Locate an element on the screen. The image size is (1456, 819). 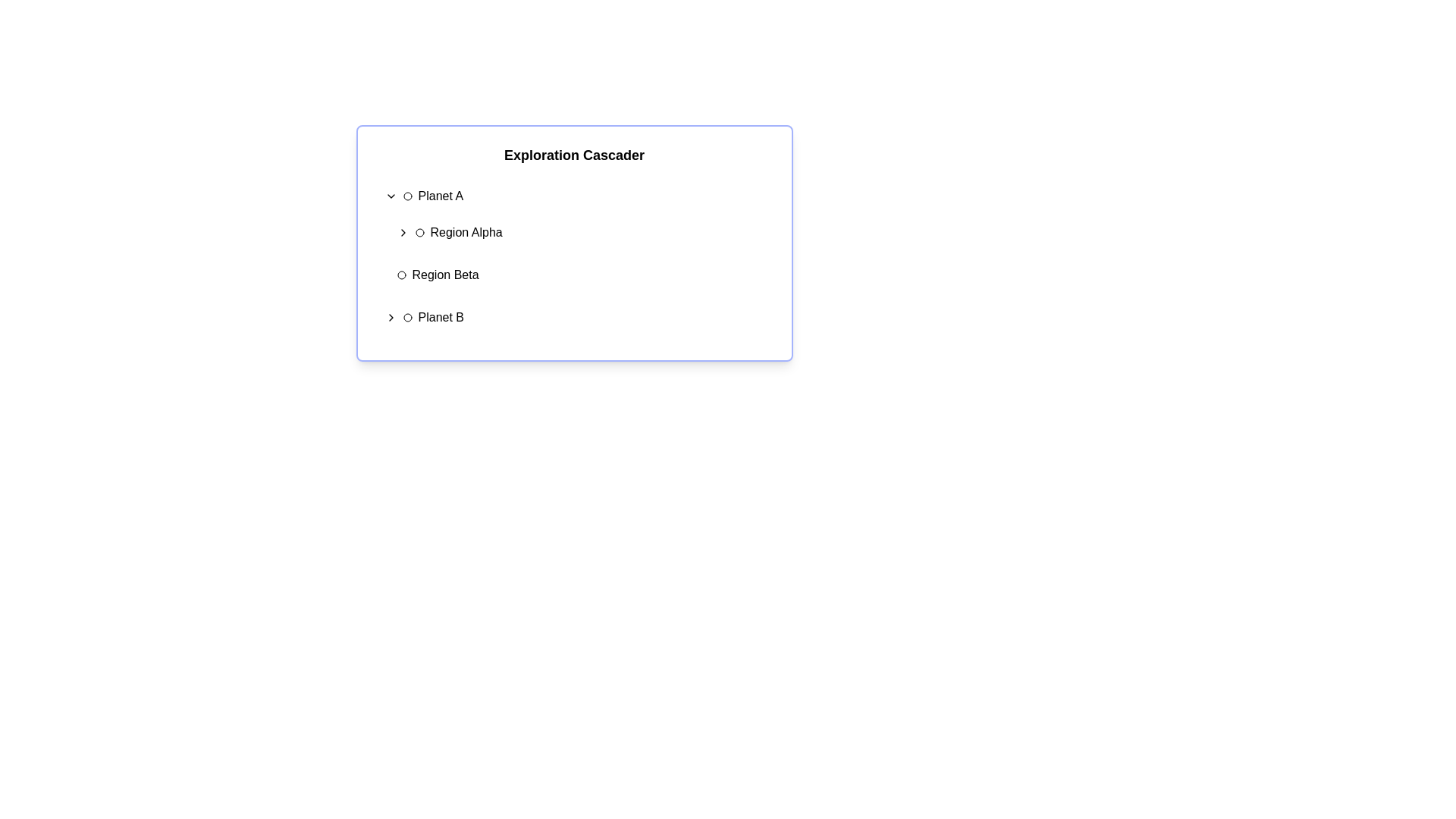
the 'Region Beta' selectable option, which is the second element under the 'Exploration Cascader' menu is located at coordinates (579, 275).